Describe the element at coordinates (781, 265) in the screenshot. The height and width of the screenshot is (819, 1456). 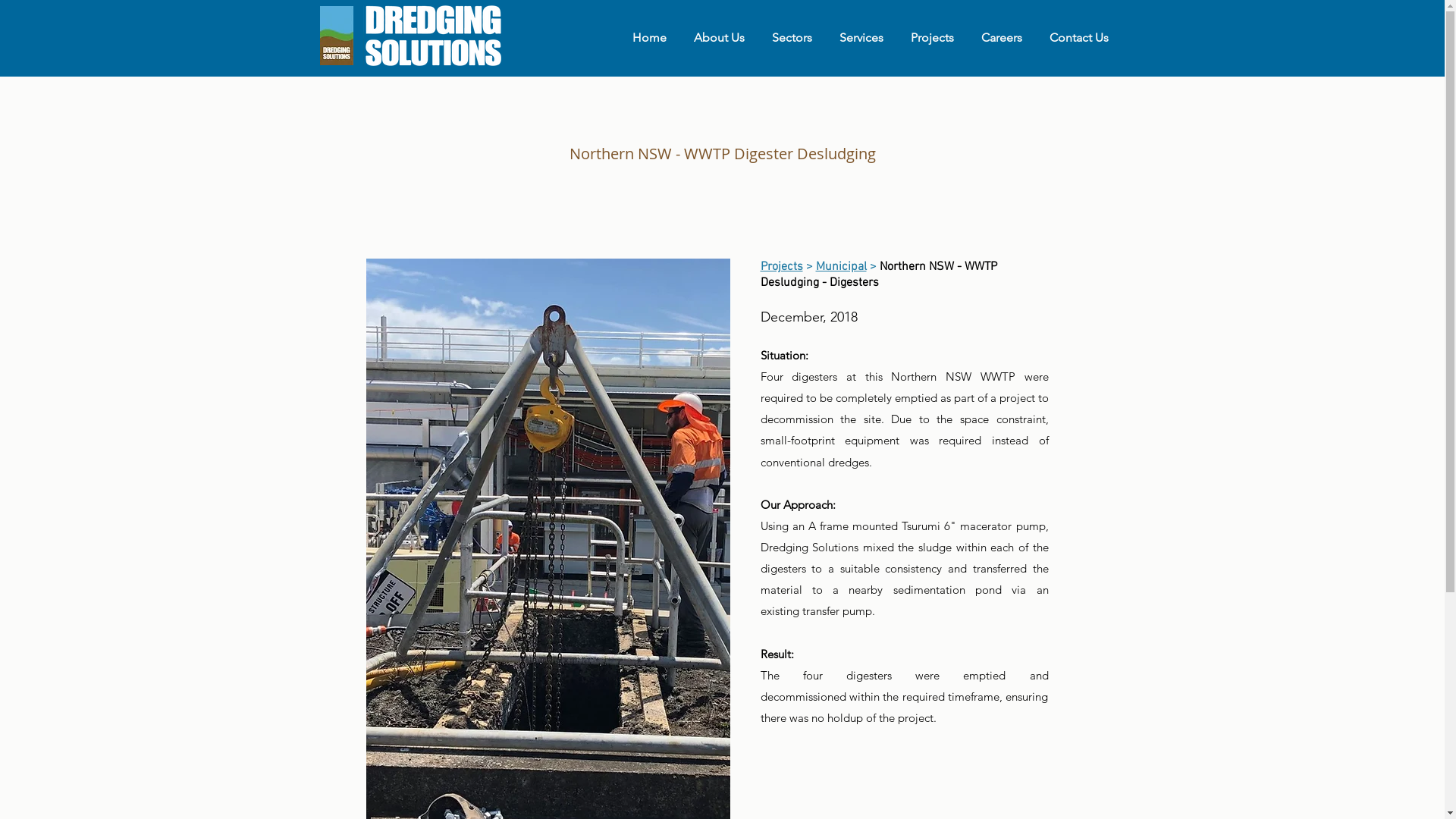
I see `'Projects'` at that location.